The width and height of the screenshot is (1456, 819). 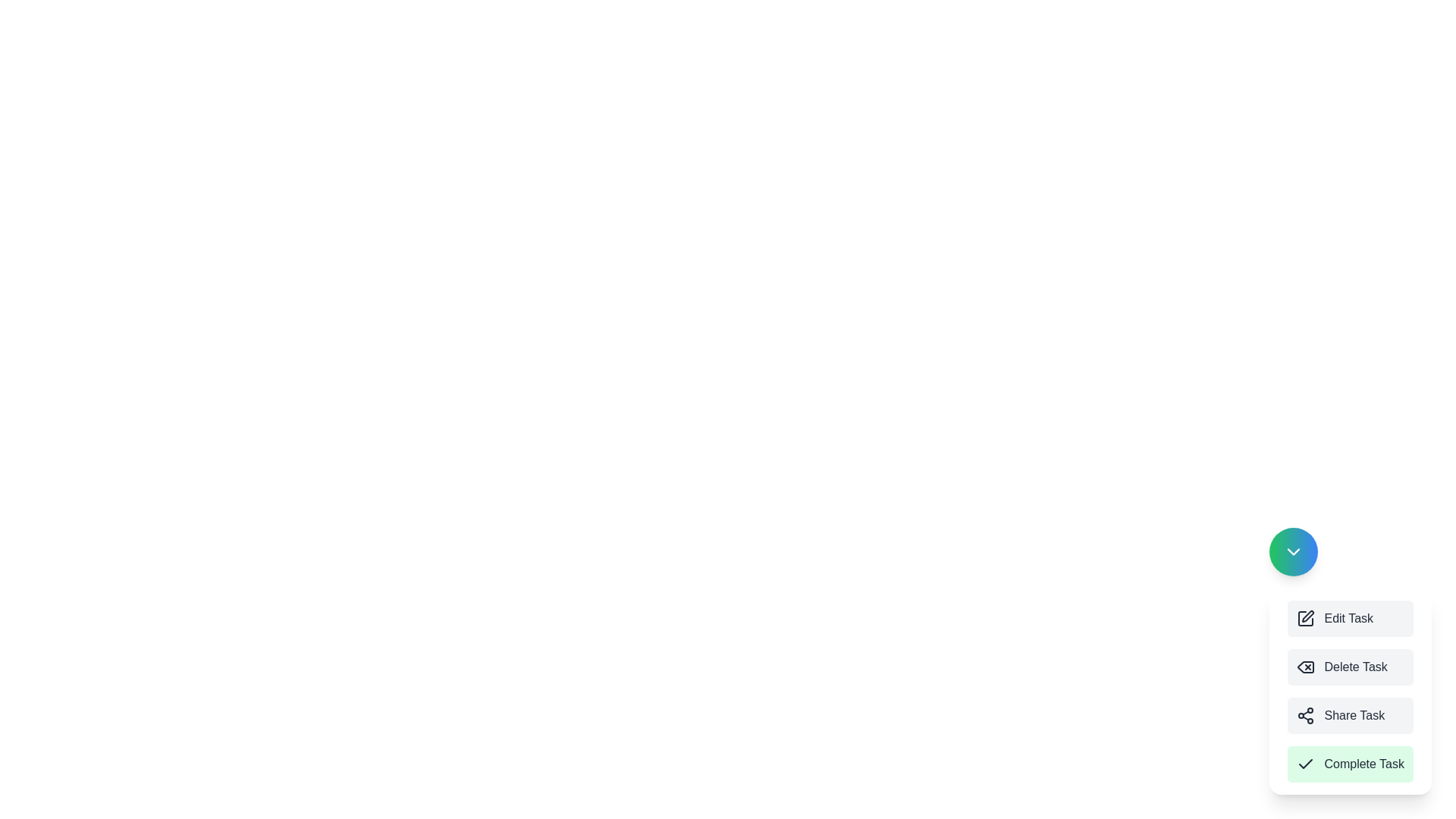 I want to click on the button labeled Edit Task to observe the hover effect, so click(x=1351, y=619).